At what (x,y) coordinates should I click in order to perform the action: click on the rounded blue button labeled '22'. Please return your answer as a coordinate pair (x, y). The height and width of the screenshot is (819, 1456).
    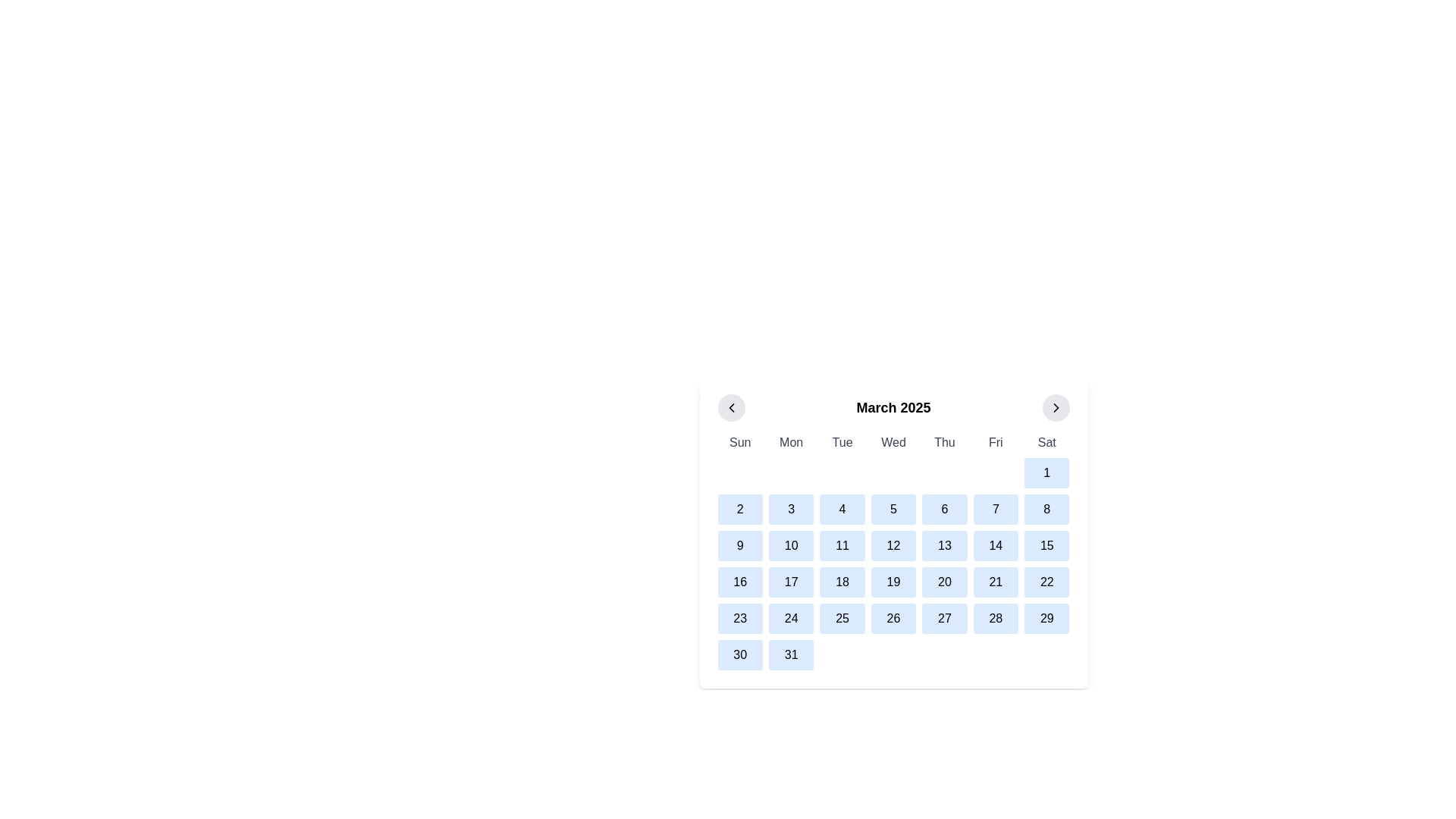
    Looking at the image, I should click on (1046, 581).